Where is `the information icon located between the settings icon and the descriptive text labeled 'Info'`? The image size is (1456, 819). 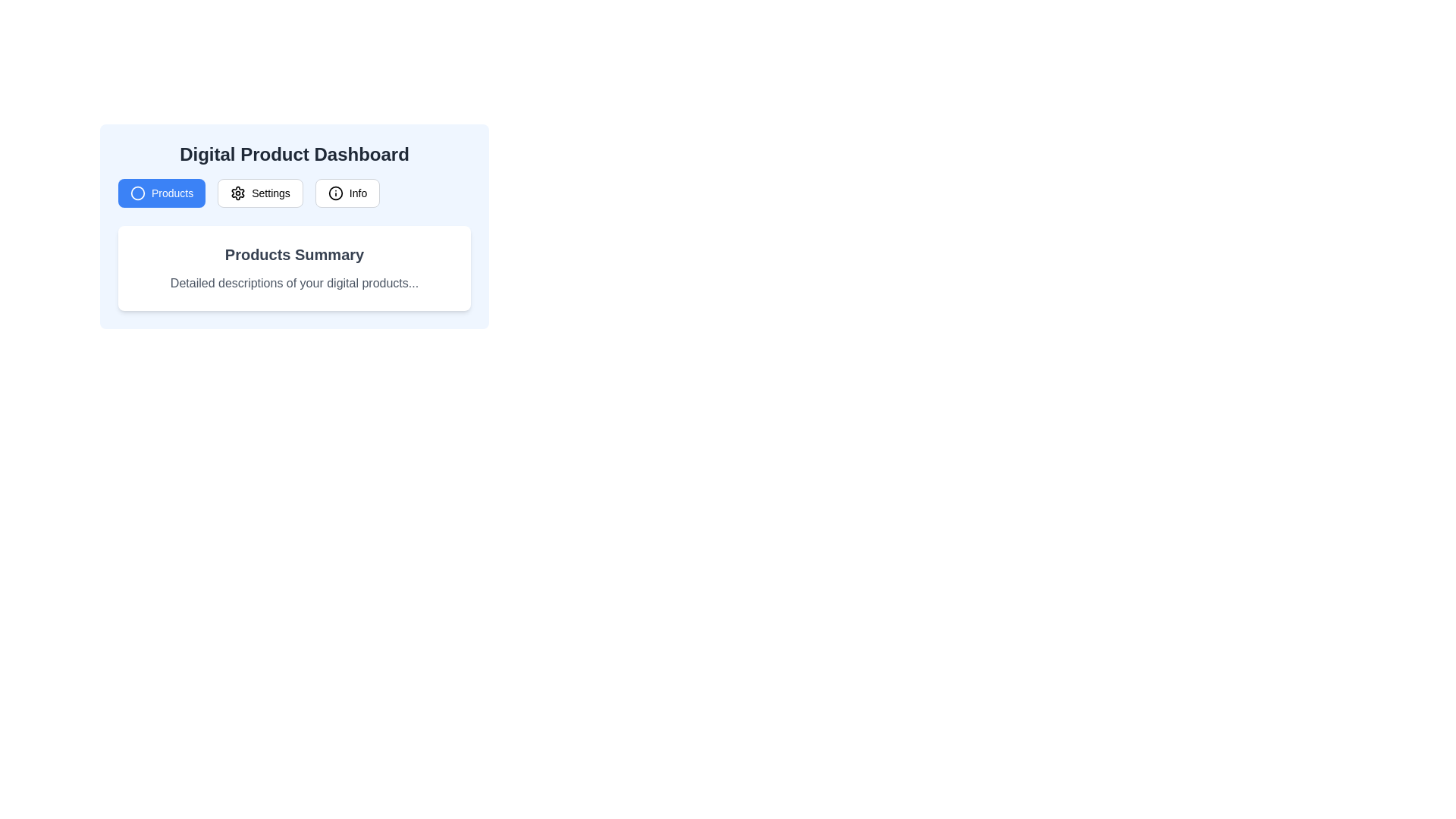
the information icon located between the settings icon and the descriptive text labeled 'Info' is located at coordinates (334, 192).